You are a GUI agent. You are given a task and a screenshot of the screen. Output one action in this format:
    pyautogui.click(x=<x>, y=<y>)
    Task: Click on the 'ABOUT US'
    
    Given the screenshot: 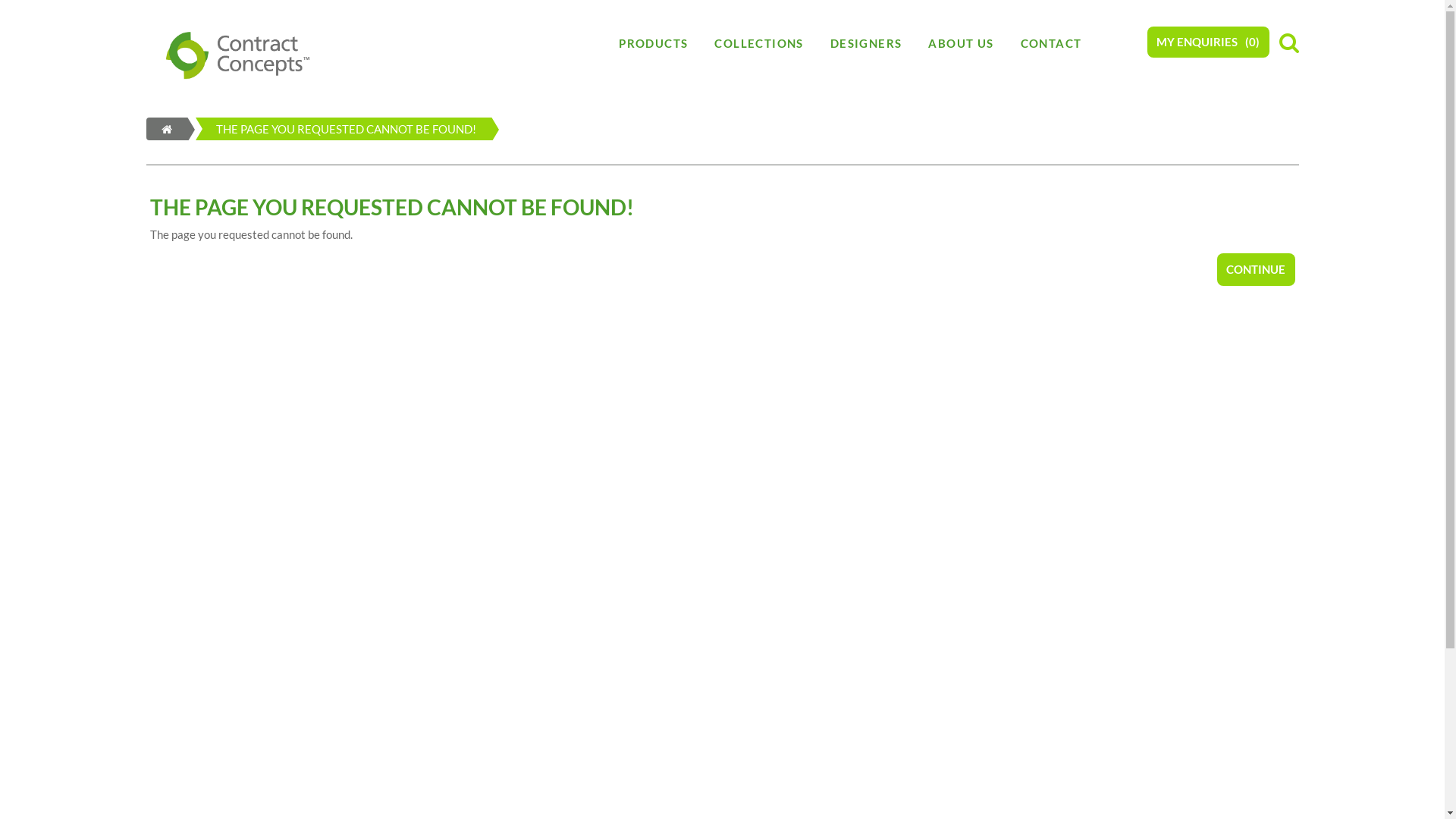 What is the action you would take?
    pyautogui.click(x=960, y=42)
    